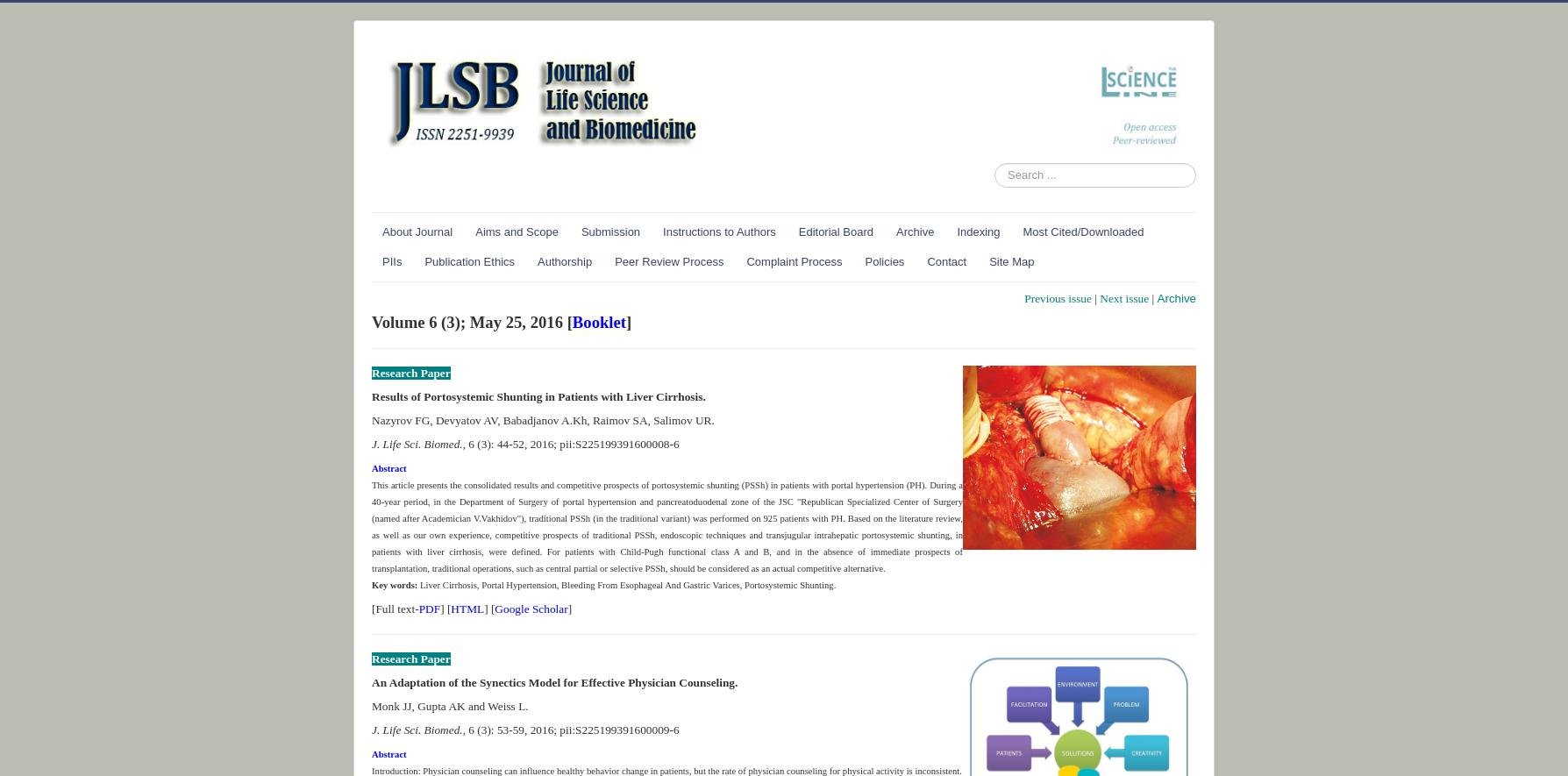 The height and width of the screenshot is (776, 1568). Describe the element at coordinates (1010, 260) in the screenshot. I see `'Site Map'` at that location.